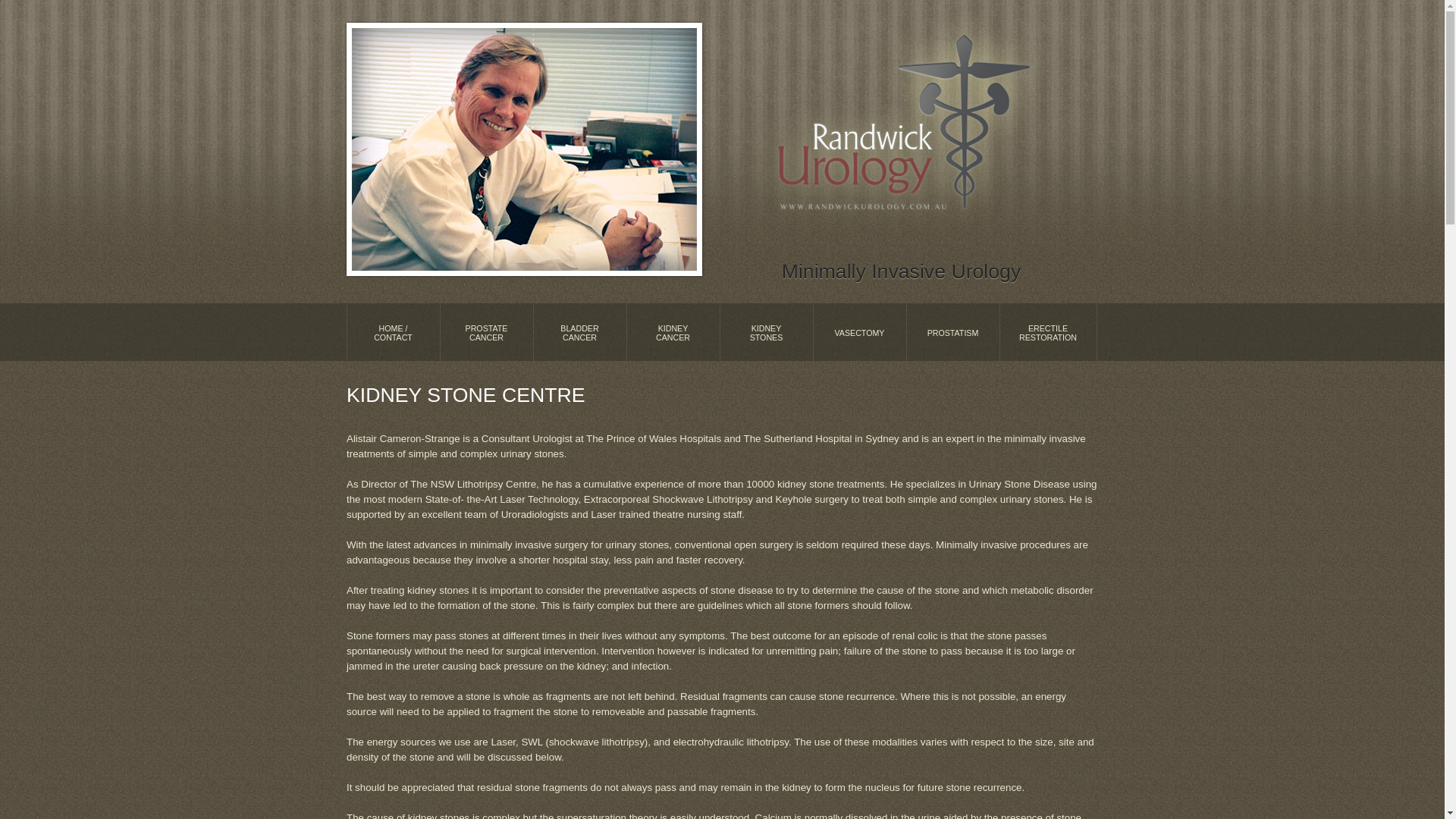 The image size is (1456, 819). What do you see at coordinates (859, 331) in the screenshot?
I see `'VASECTOMY'` at bounding box center [859, 331].